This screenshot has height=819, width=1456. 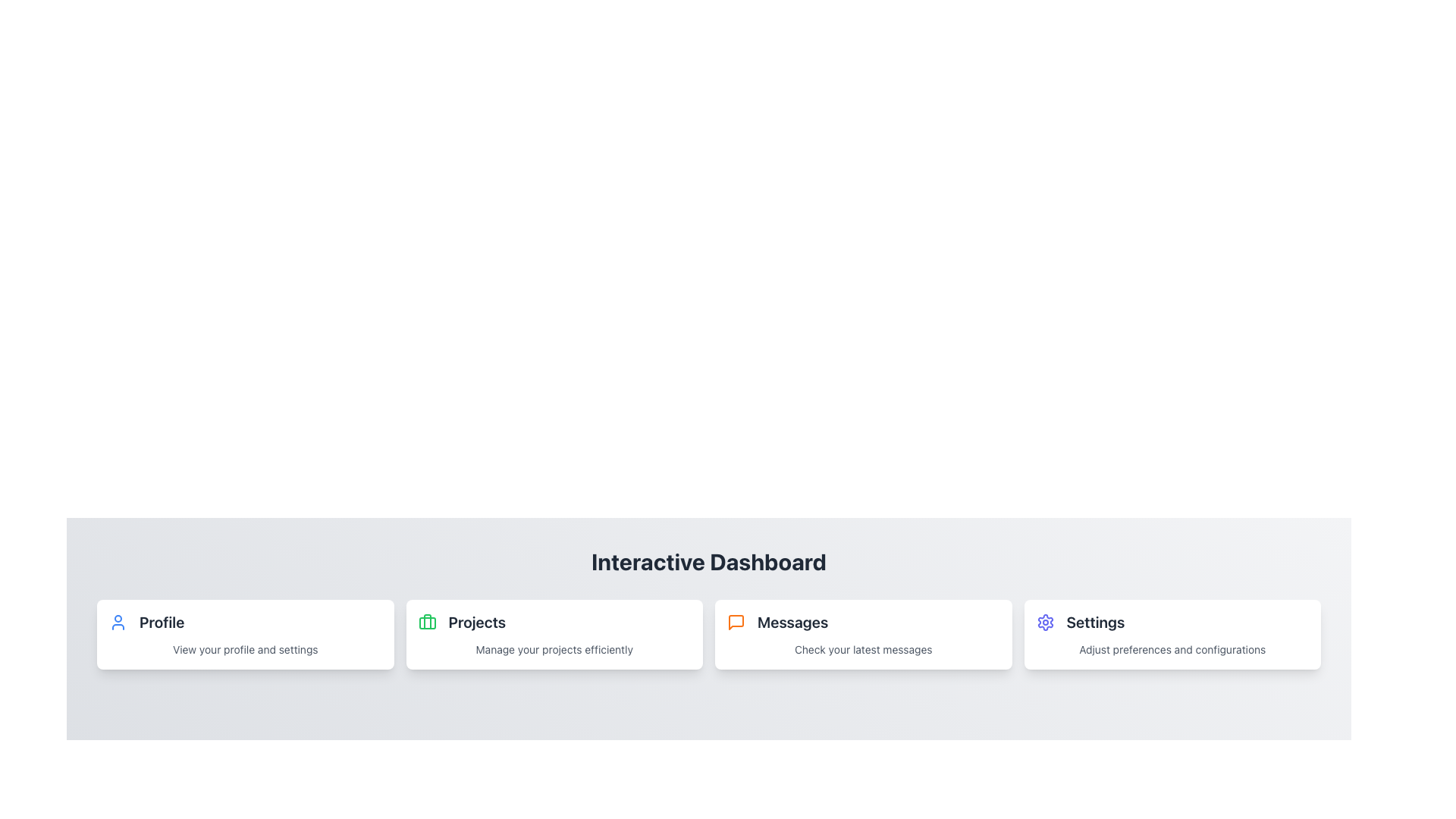 What do you see at coordinates (426, 622) in the screenshot?
I see `vertical line segment that is part of the briefcase icon located above the 'Projects' card in the interactive dashboard using the browser developer tools` at bounding box center [426, 622].